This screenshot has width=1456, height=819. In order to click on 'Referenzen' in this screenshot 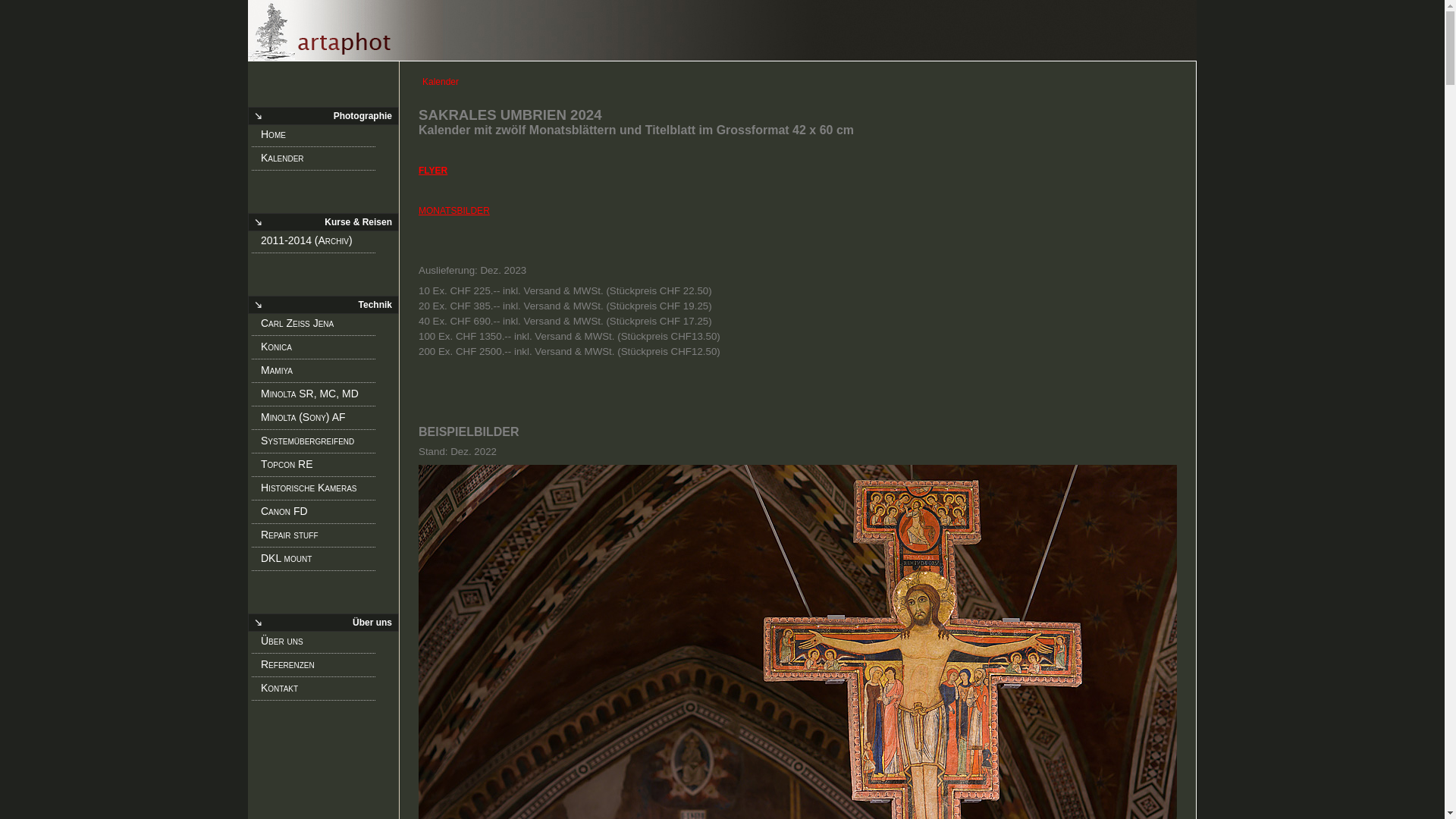, I will do `click(318, 666)`.